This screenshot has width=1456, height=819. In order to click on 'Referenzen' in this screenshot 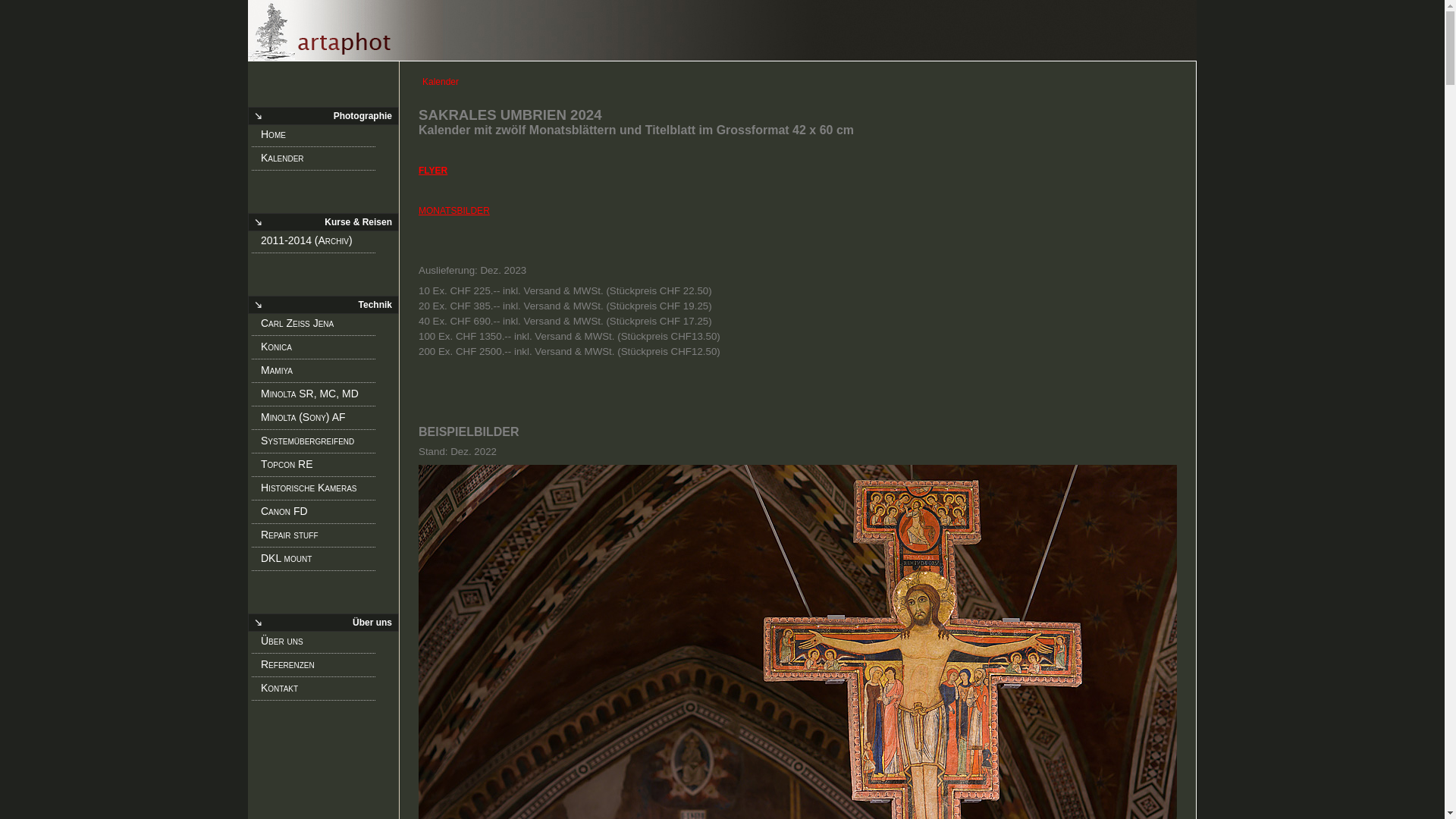, I will do `click(318, 666)`.